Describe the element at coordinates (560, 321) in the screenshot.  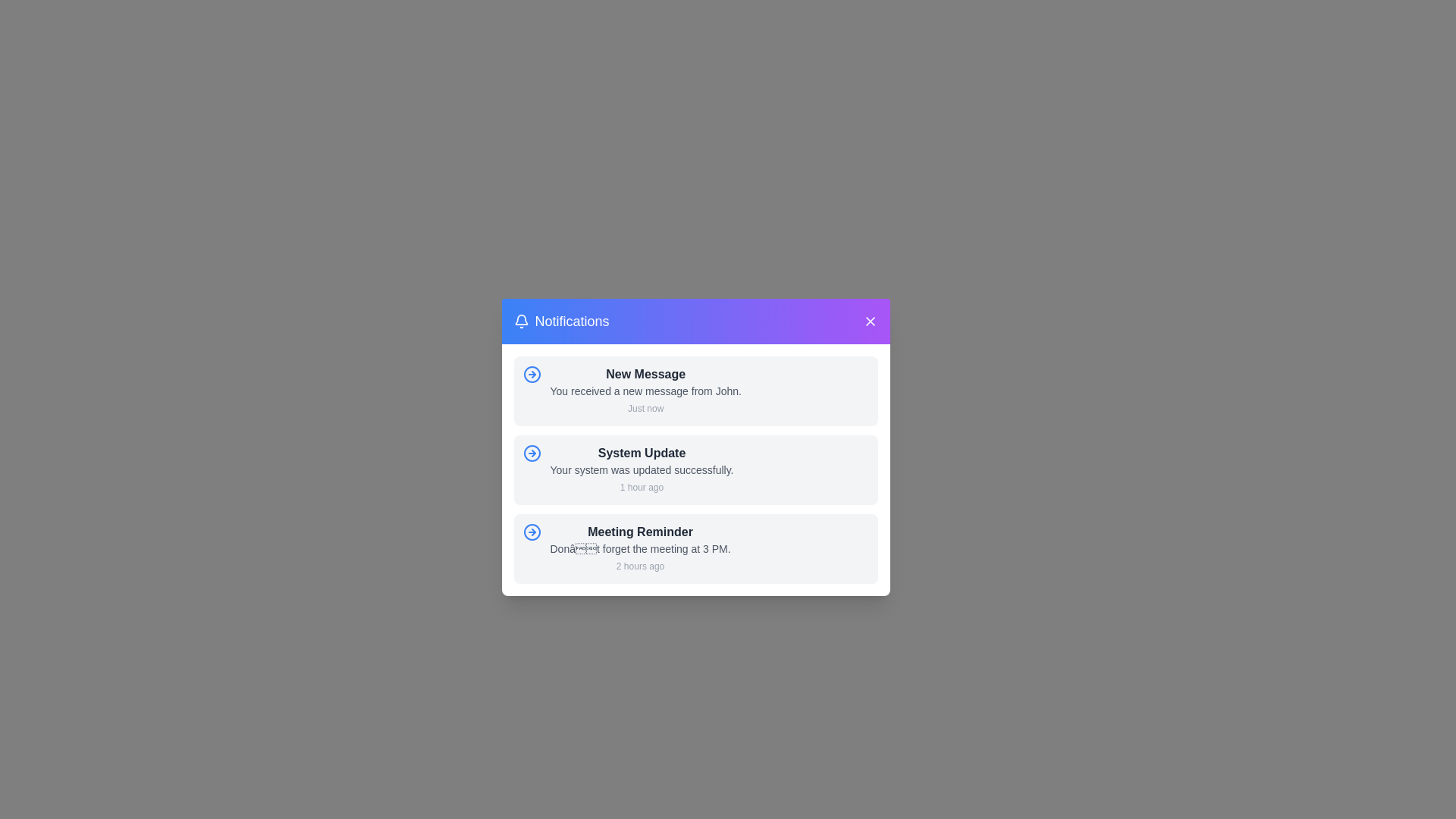
I see `the 'Notifications' label with a bell icon, which is located in the top-left portion of the gradient header bar` at that location.